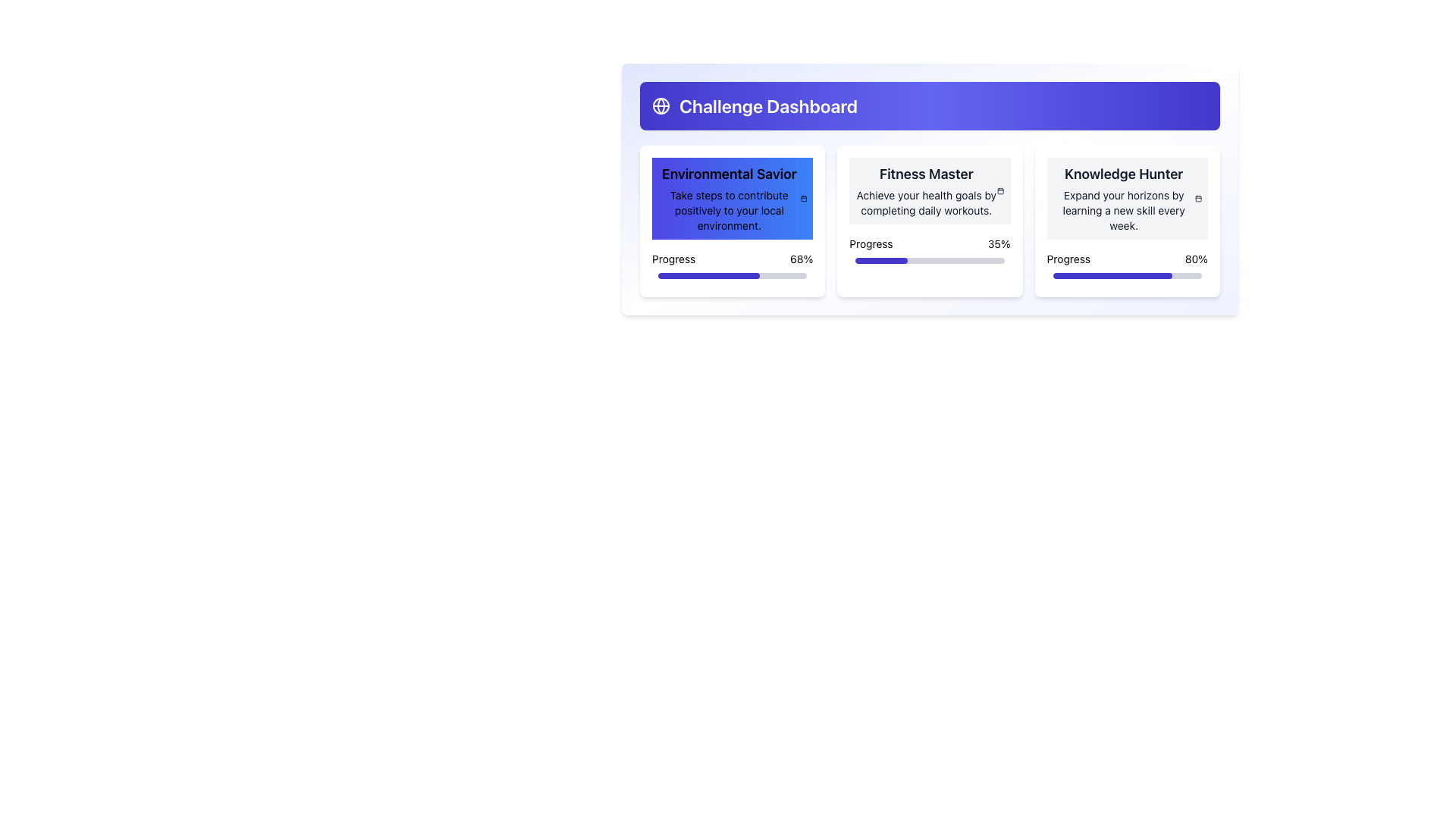 The height and width of the screenshot is (819, 1456). I want to click on the static text label displaying '68%' that represents a percentage value in a progress tracking interface, located to the right of the text 'Progress' and above the progress bar, so click(801, 259).